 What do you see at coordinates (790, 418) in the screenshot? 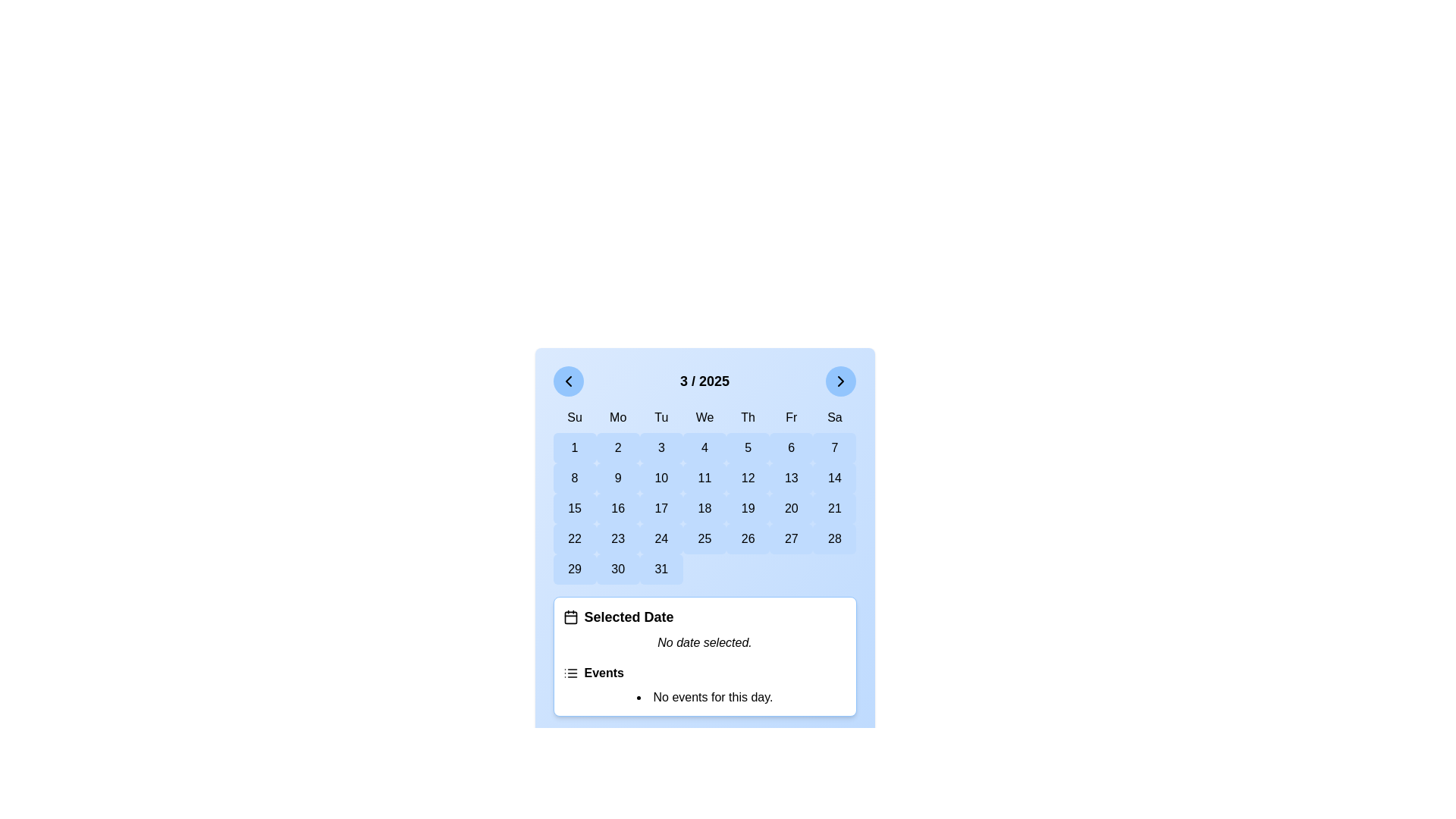
I see `the static label indicating 'Friday' in the weekly calendar view, which is the sixth header in the top row of the calendar` at bounding box center [790, 418].